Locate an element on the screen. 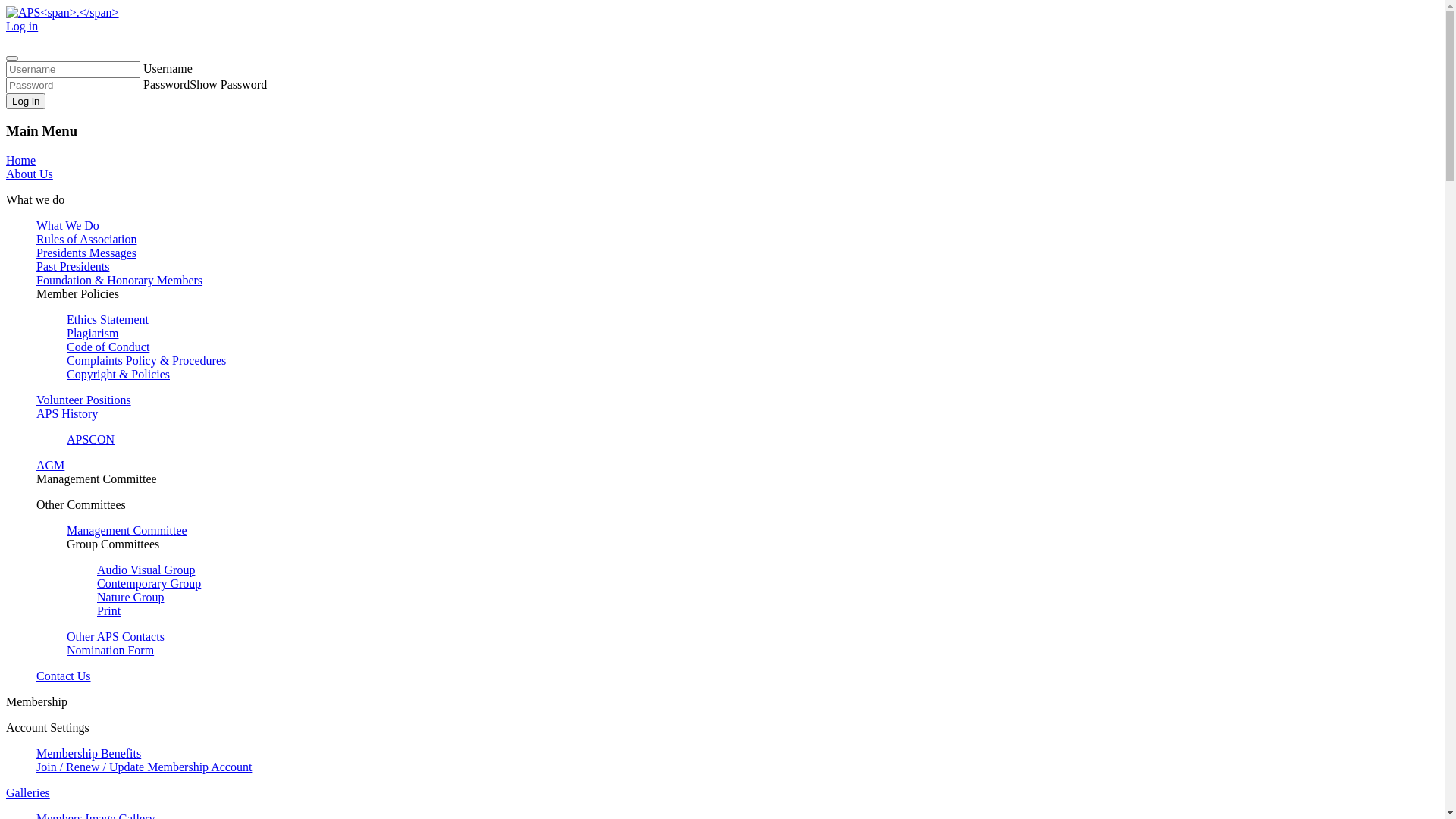 The image size is (1456, 819). 'Foundation & Honorary Members' is located at coordinates (118, 280).